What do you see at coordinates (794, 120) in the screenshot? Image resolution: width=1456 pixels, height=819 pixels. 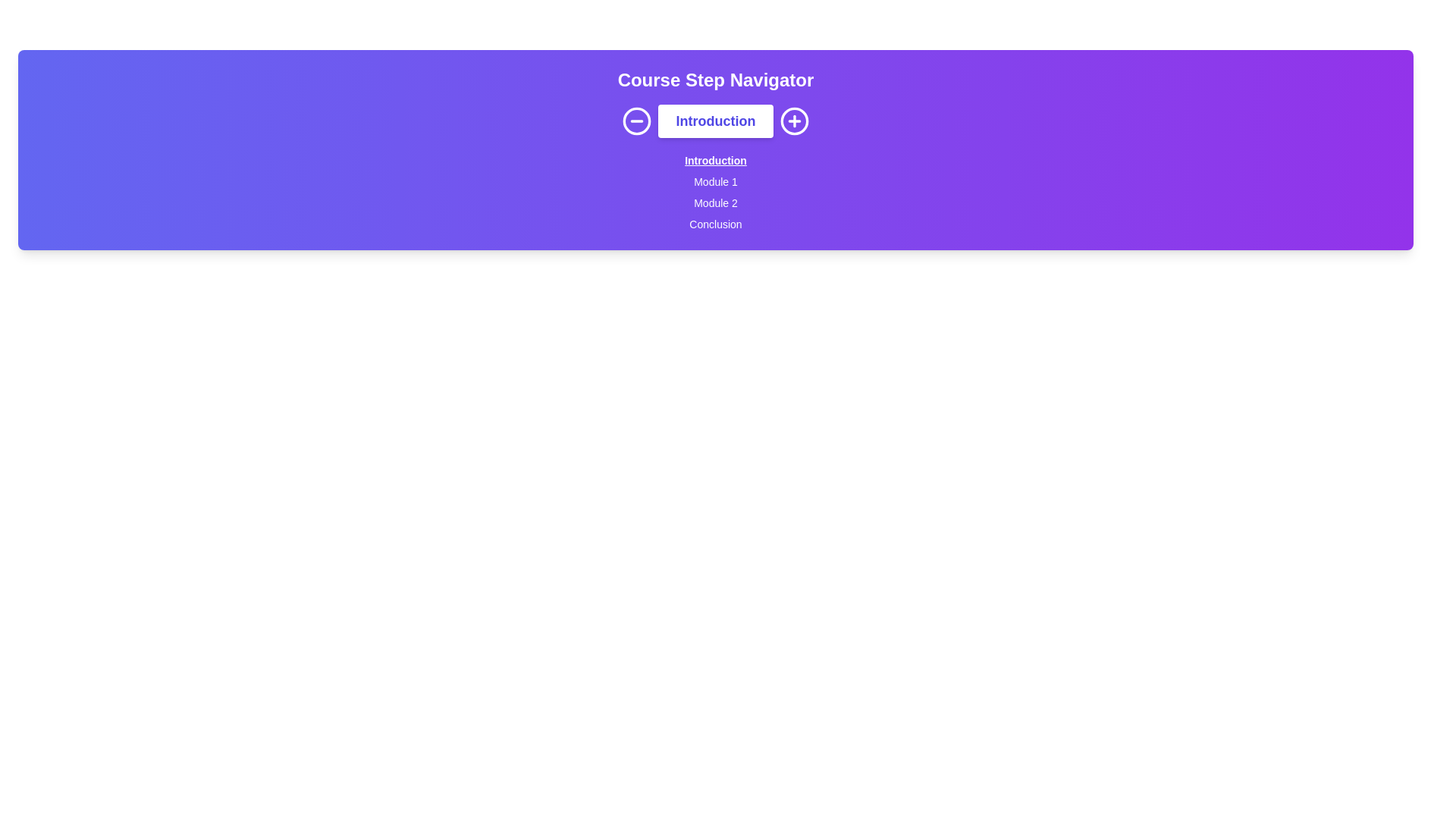 I see `the circular button with a white border and a centered white plus symbol` at bounding box center [794, 120].